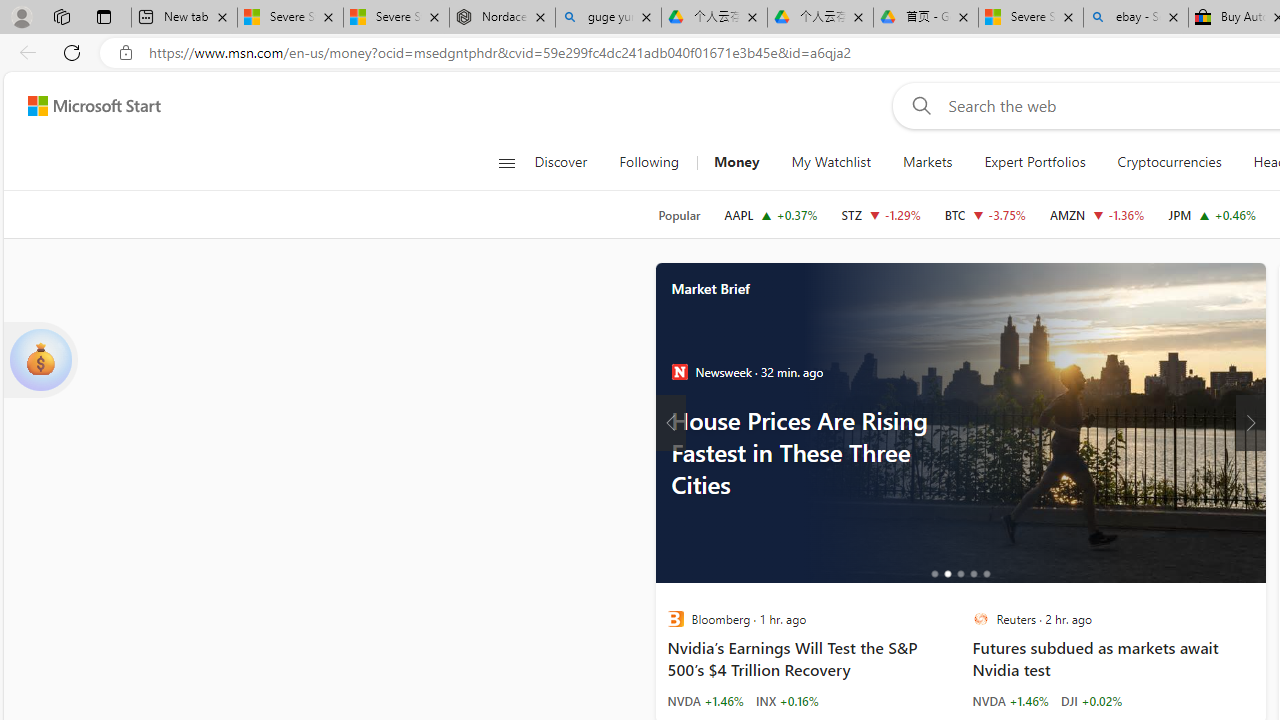 Image resolution: width=1280 pixels, height=720 pixels. What do you see at coordinates (1034, 162) in the screenshot?
I see `'Expert Portfolios'` at bounding box center [1034, 162].